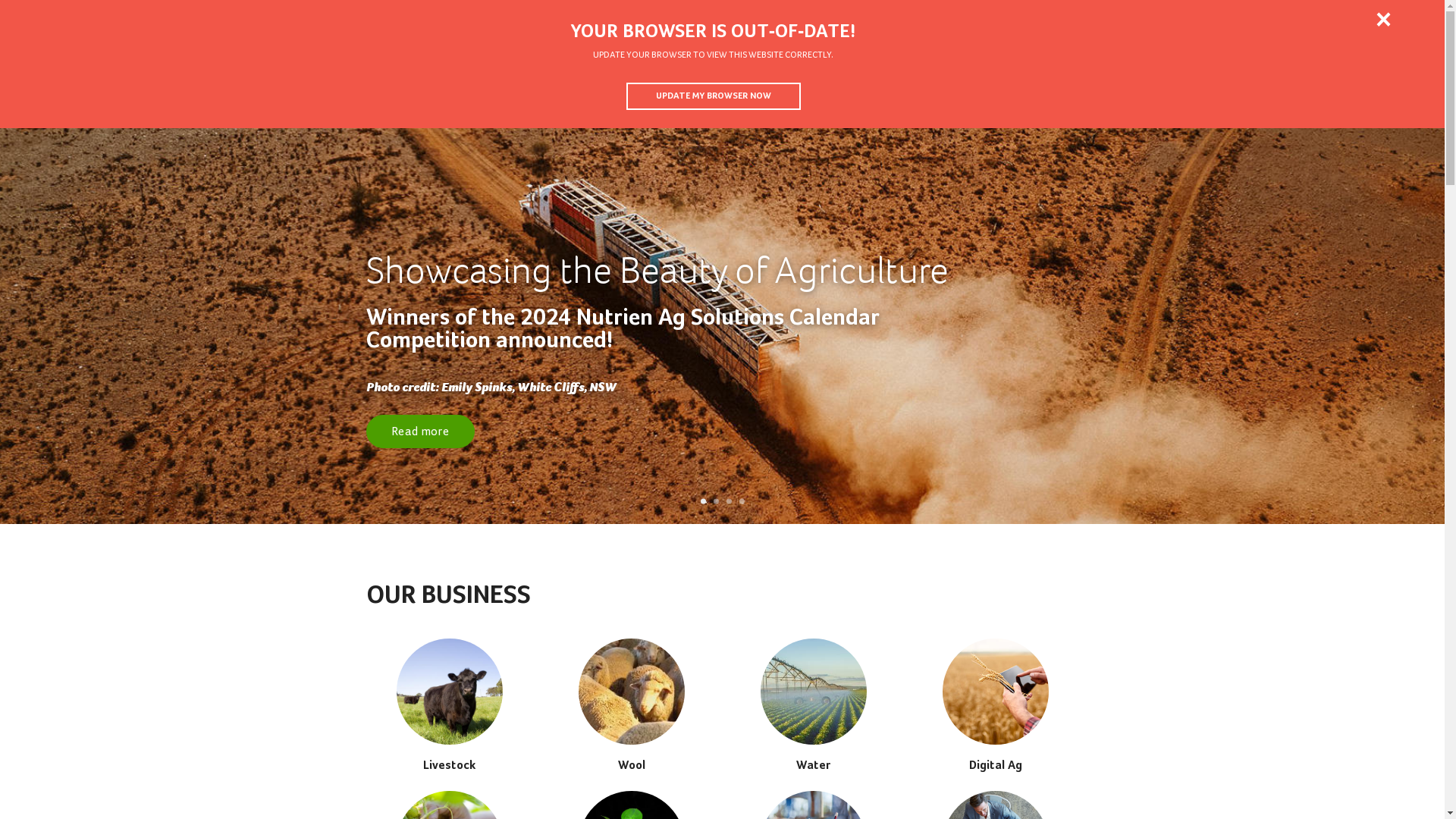  What do you see at coordinates (447, 704) in the screenshot?
I see `'Livestock'` at bounding box center [447, 704].